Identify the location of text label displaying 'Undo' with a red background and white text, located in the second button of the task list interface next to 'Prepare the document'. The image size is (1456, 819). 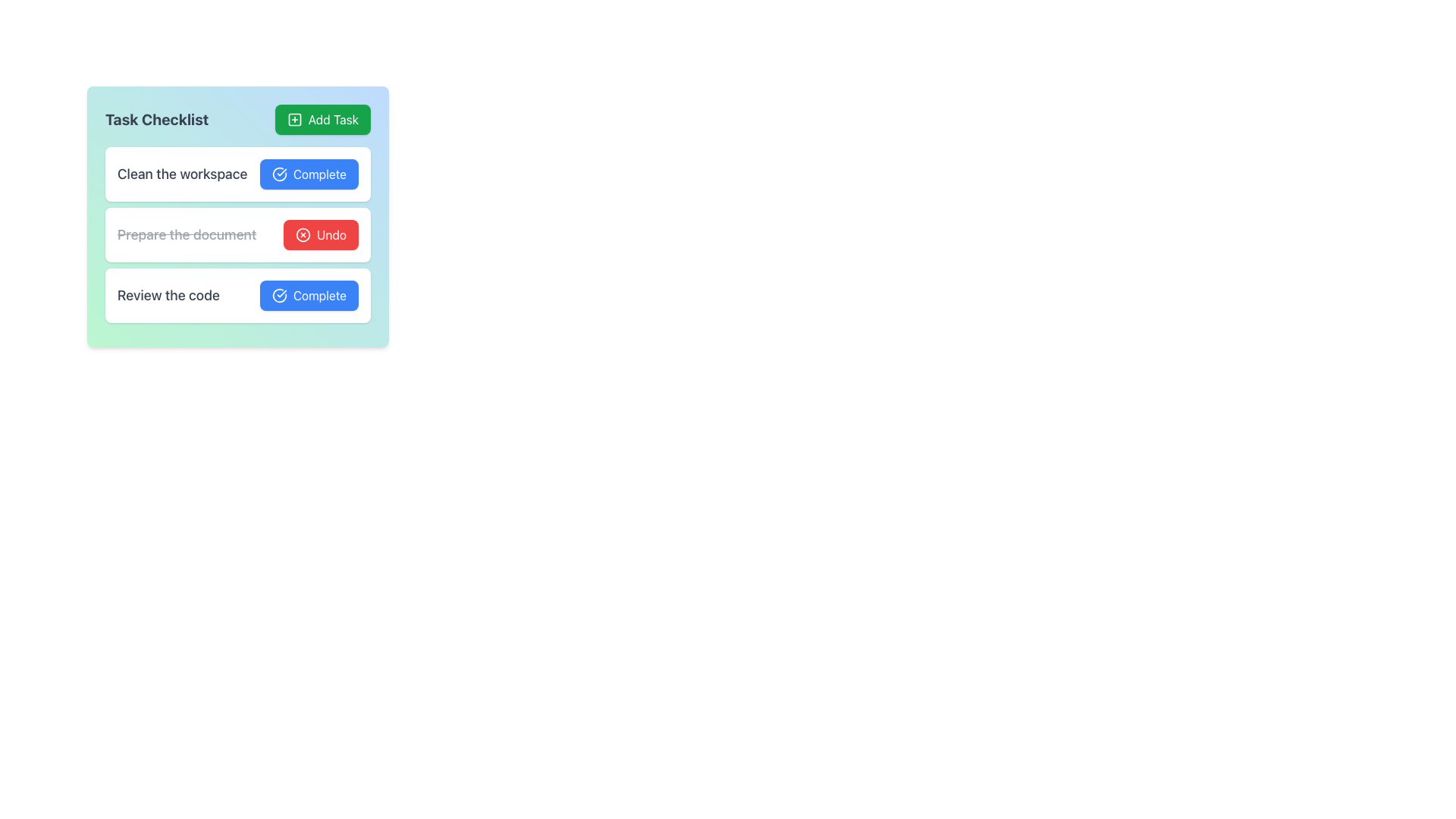
(331, 234).